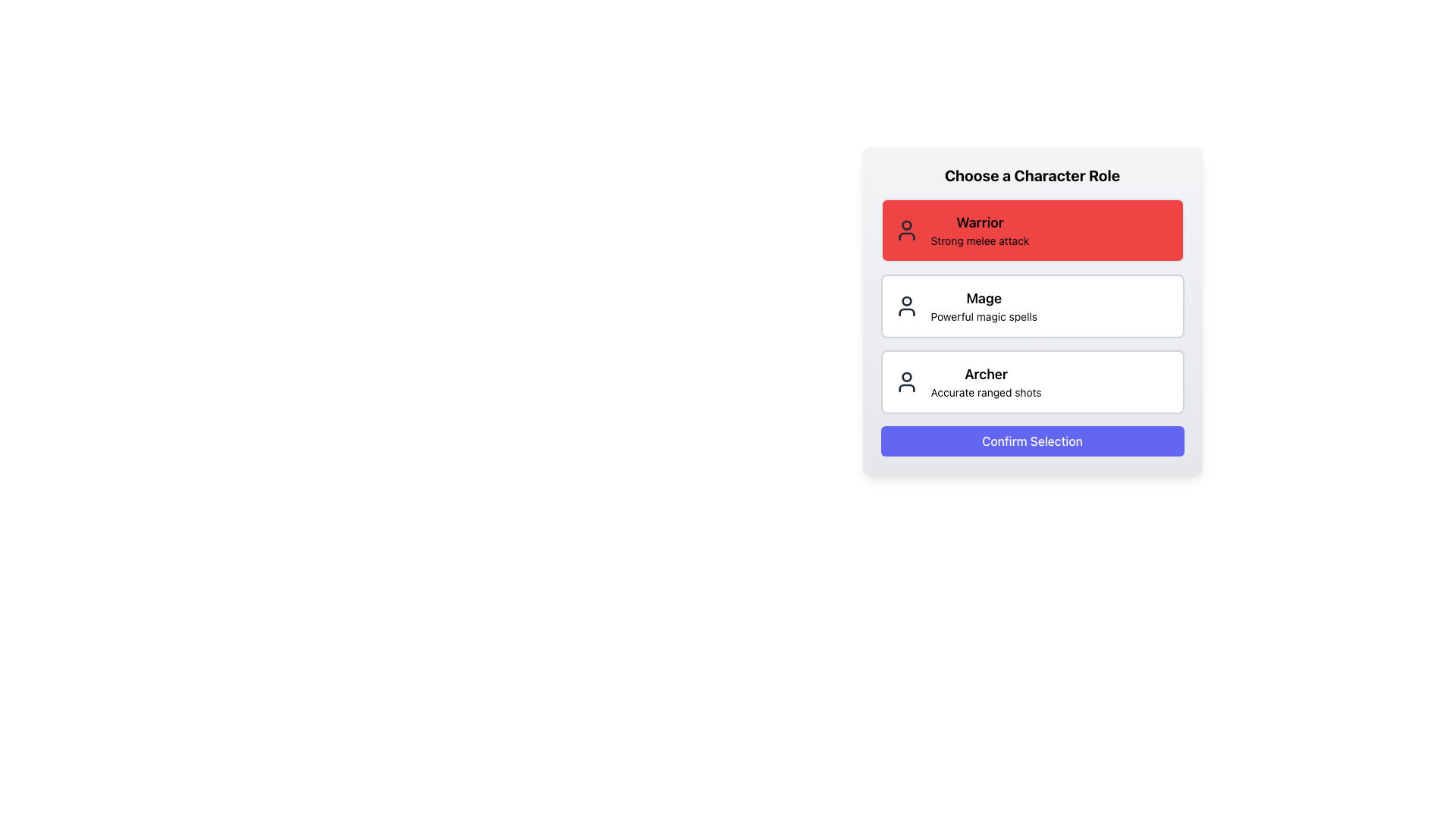  I want to click on the red background rectangle that visually indicates the 'Warrior' option in the character selection interface, so click(906, 231).